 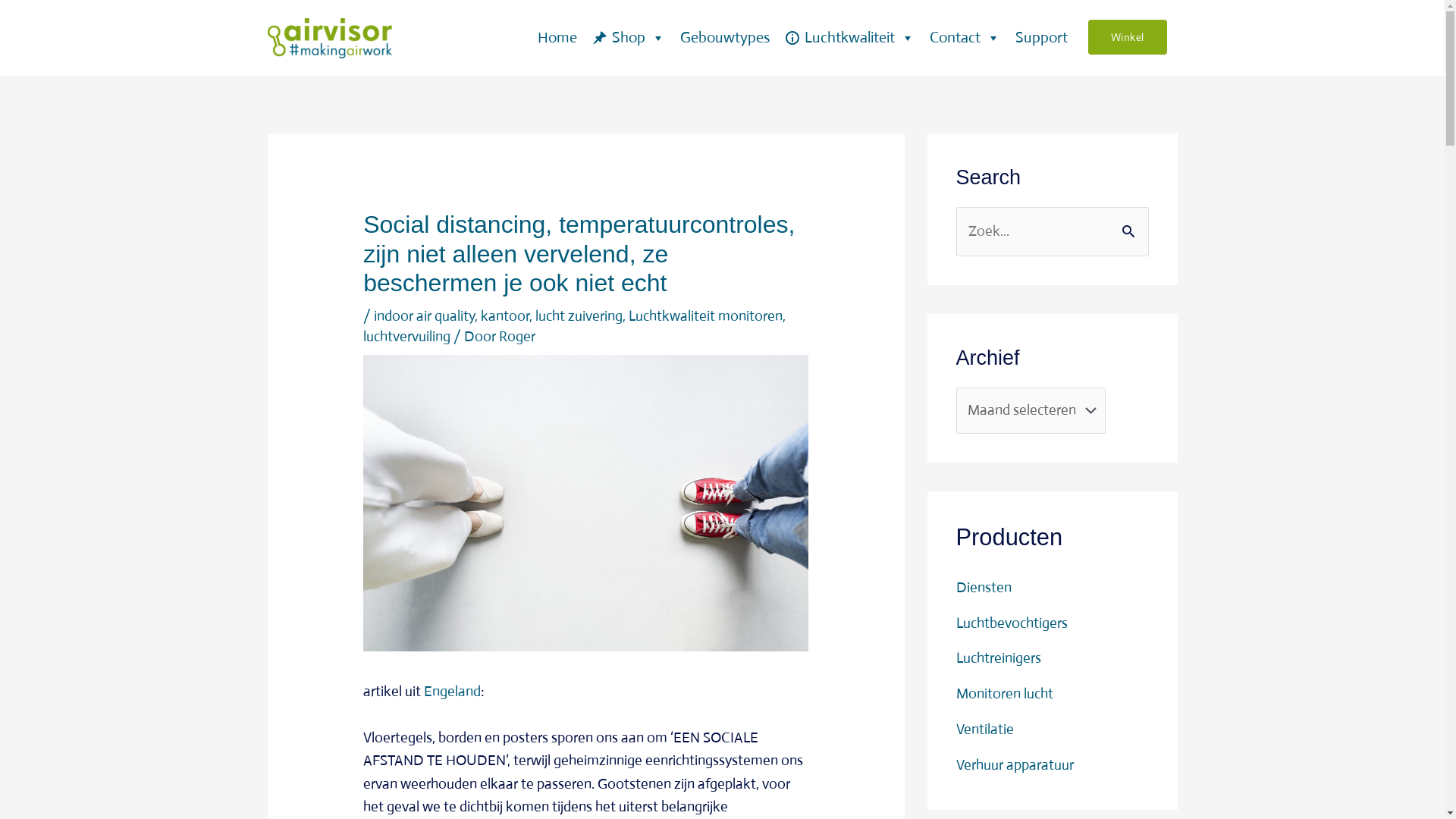 What do you see at coordinates (628, 37) in the screenshot?
I see `'Shop'` at bounding box center [628, 37].